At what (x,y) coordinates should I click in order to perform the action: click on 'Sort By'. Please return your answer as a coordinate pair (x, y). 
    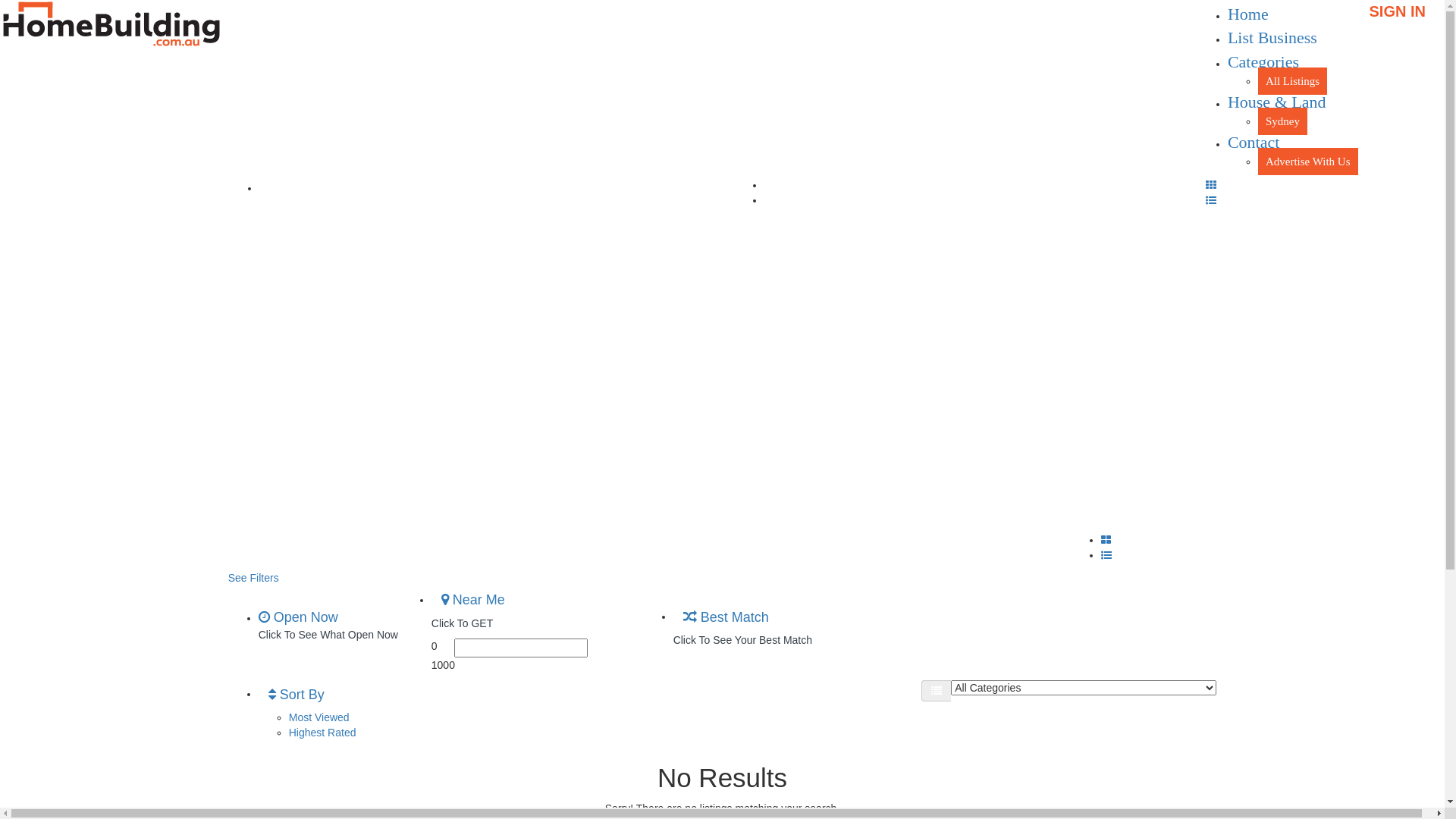
    Looking at the image, I should click on (296, 695).